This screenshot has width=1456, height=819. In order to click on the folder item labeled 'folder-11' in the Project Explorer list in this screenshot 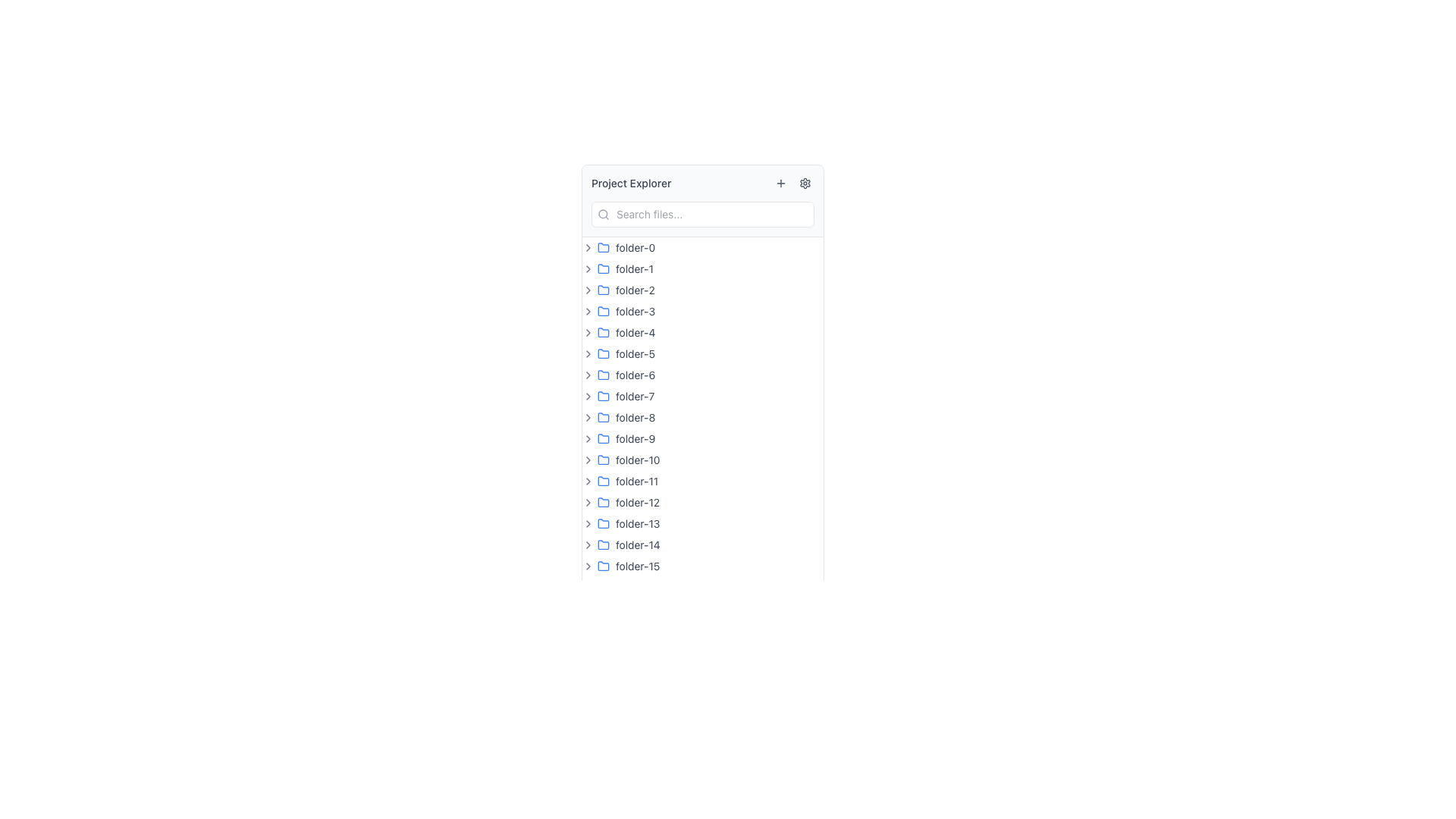, I will do `click(701, 482)`.